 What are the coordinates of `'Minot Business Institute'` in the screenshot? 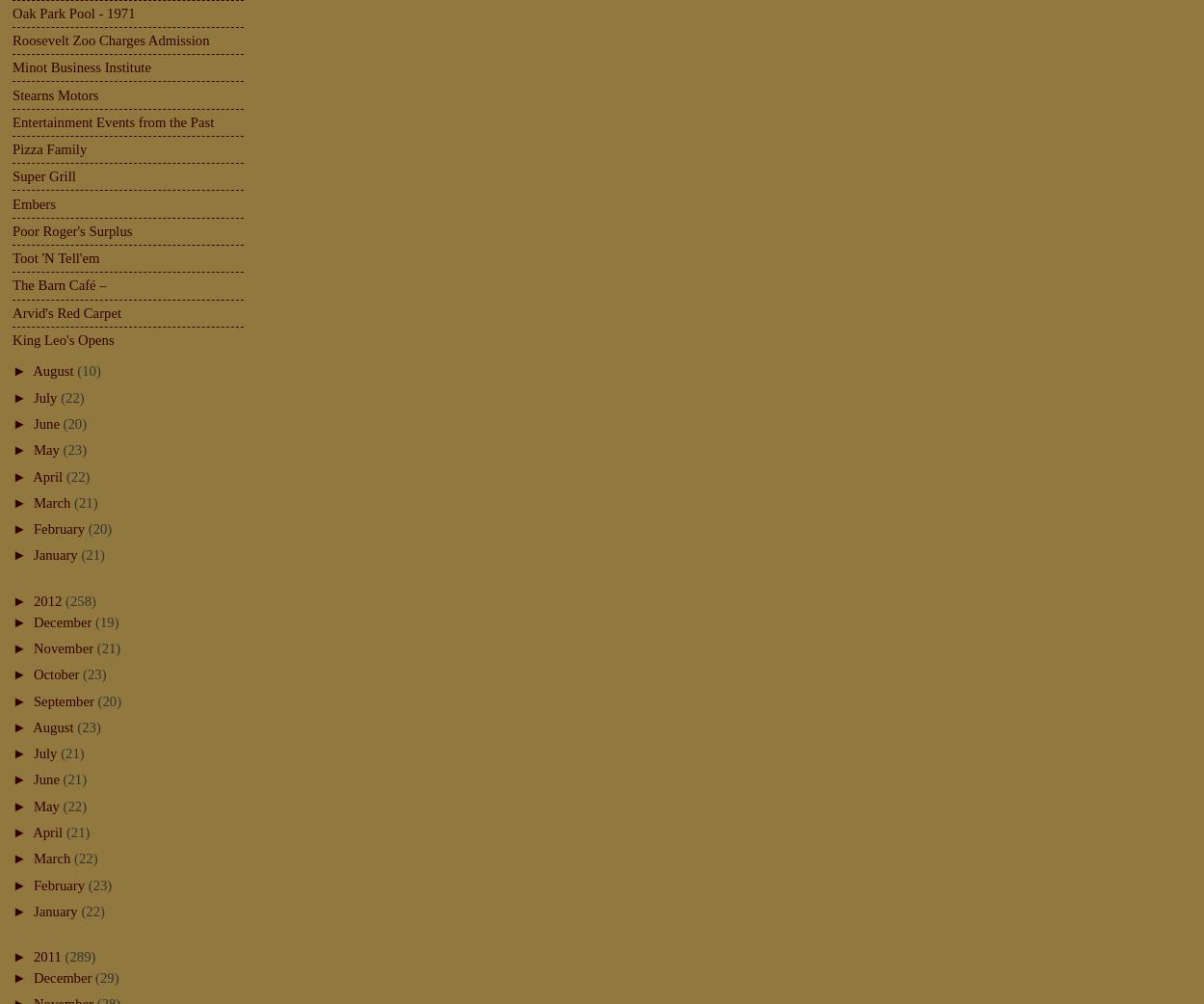 It's located at (13, 66).